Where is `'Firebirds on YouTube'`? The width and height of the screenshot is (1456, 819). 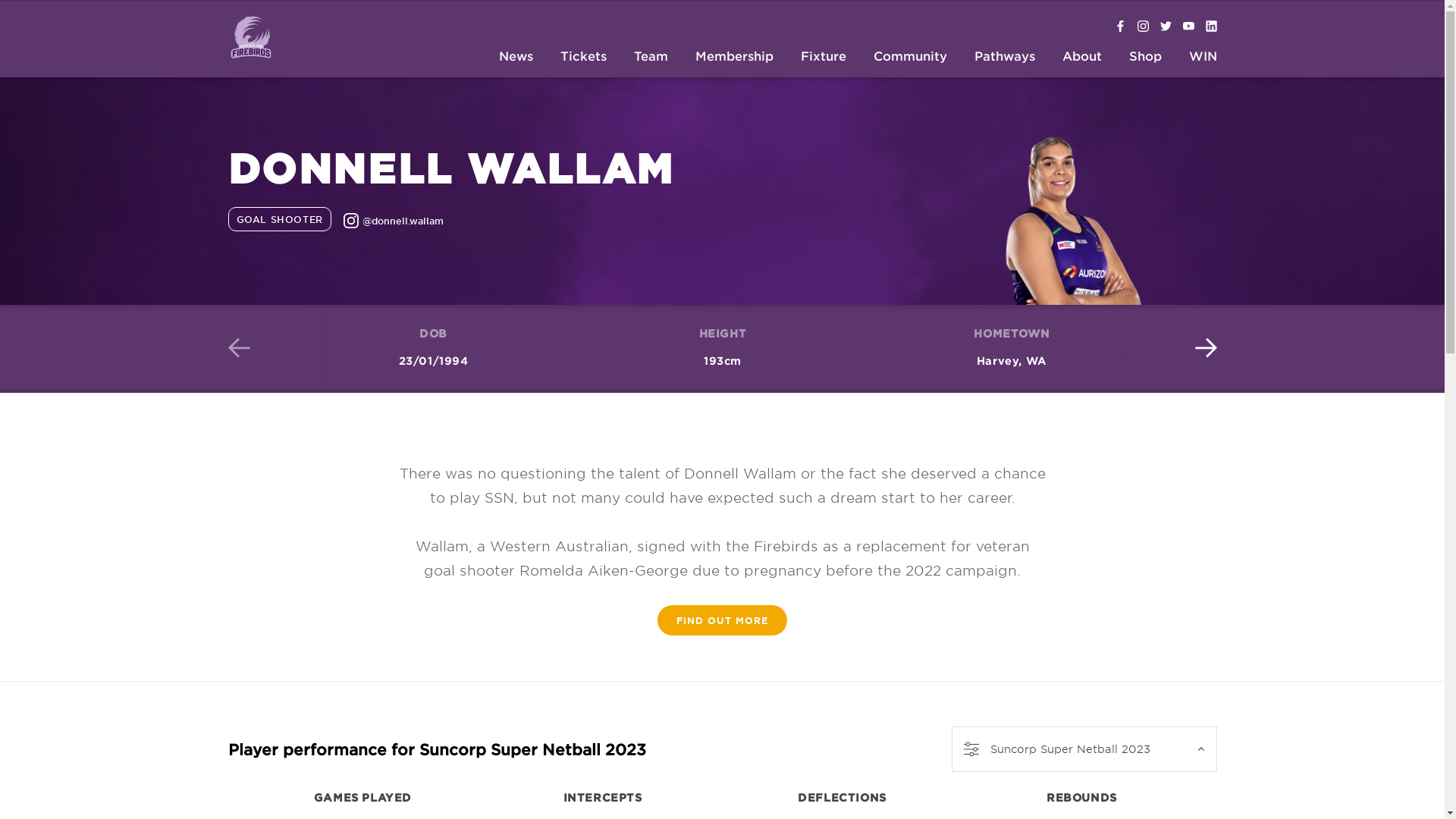
'Firebirds on YouTube' is located at coordinates (1188, 26).